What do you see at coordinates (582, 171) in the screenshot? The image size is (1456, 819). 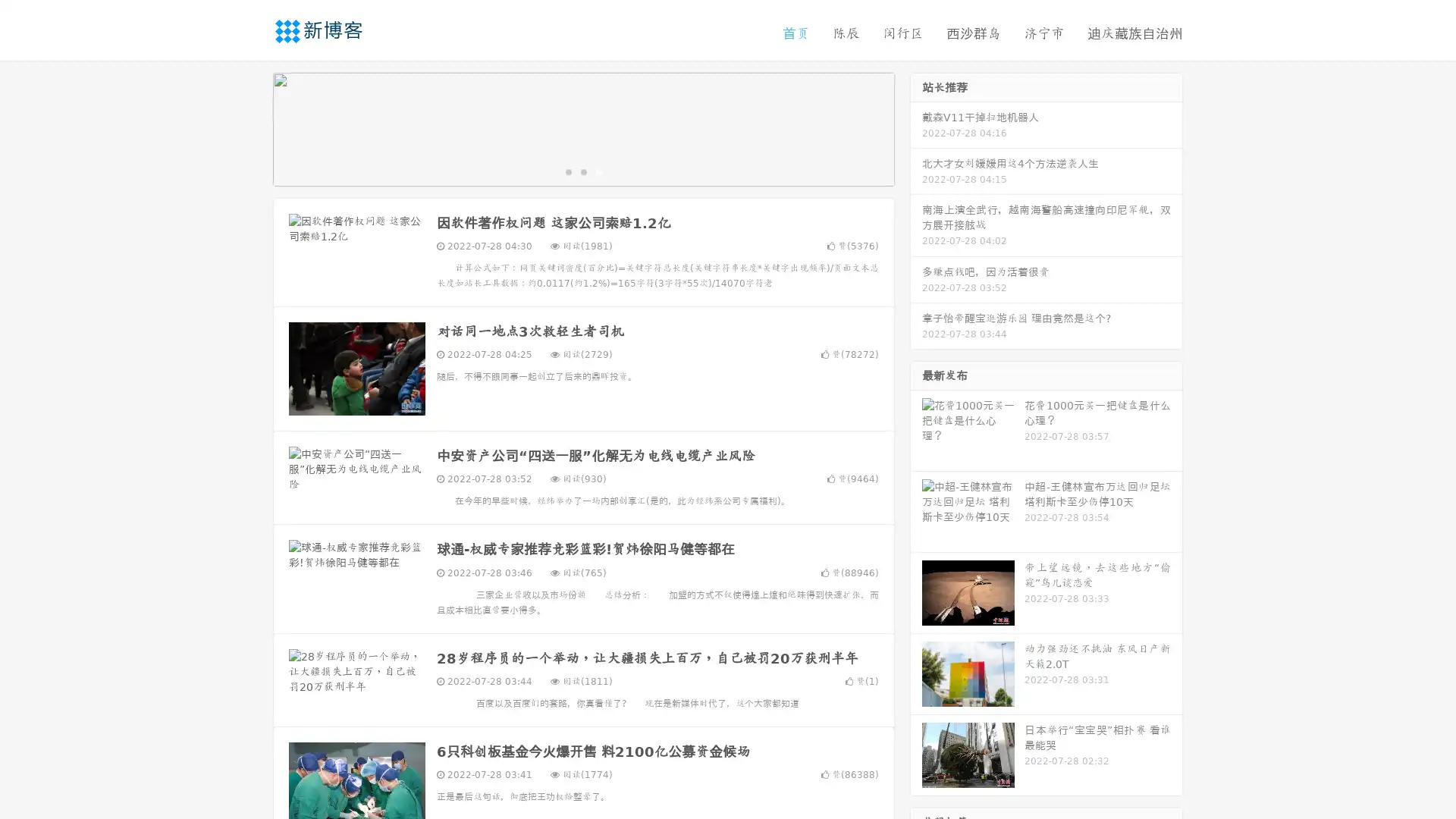 I see `Go to slide 2` at bounding box center [582, 171].